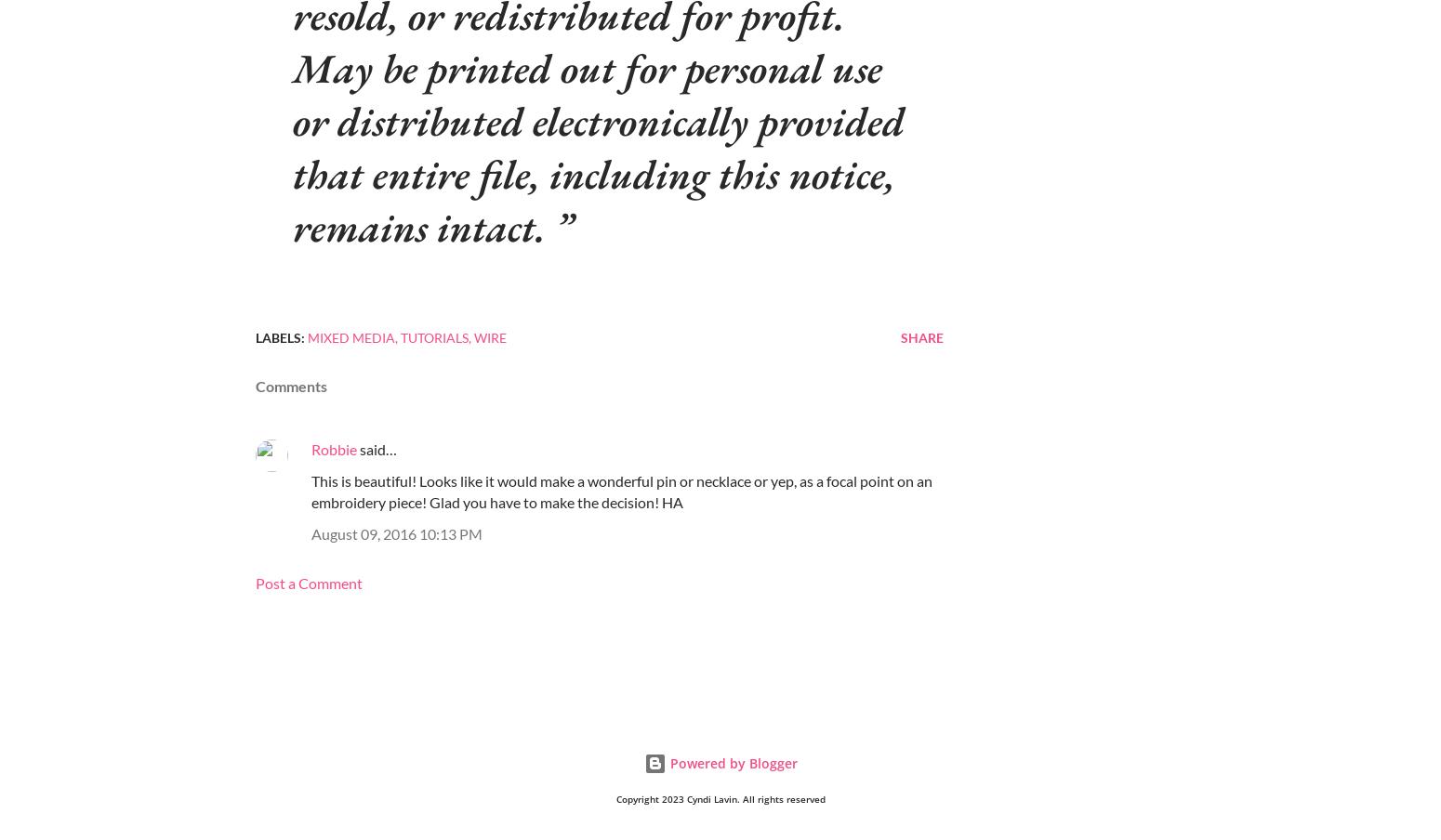  What do you see at coordinates (255, 582) in the screenshot?
I see `'Post a Comment'` at bounding box center [255, 582].